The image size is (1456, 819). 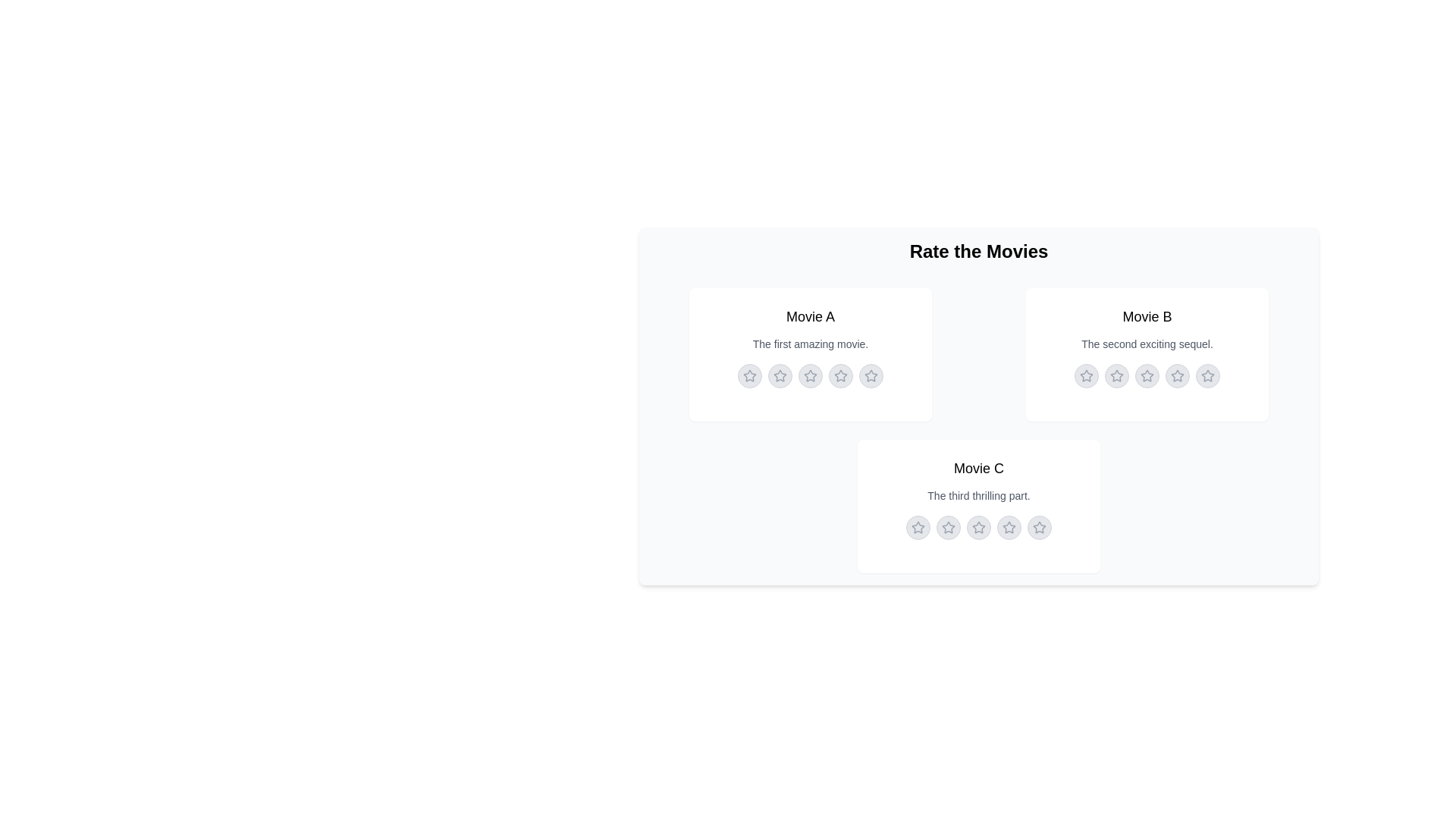 I want to click on the third rating button indicating three stars for Movie A, located below the title 'Movie A' and description 'The first amazing movie.', so click(x=810, y=375).